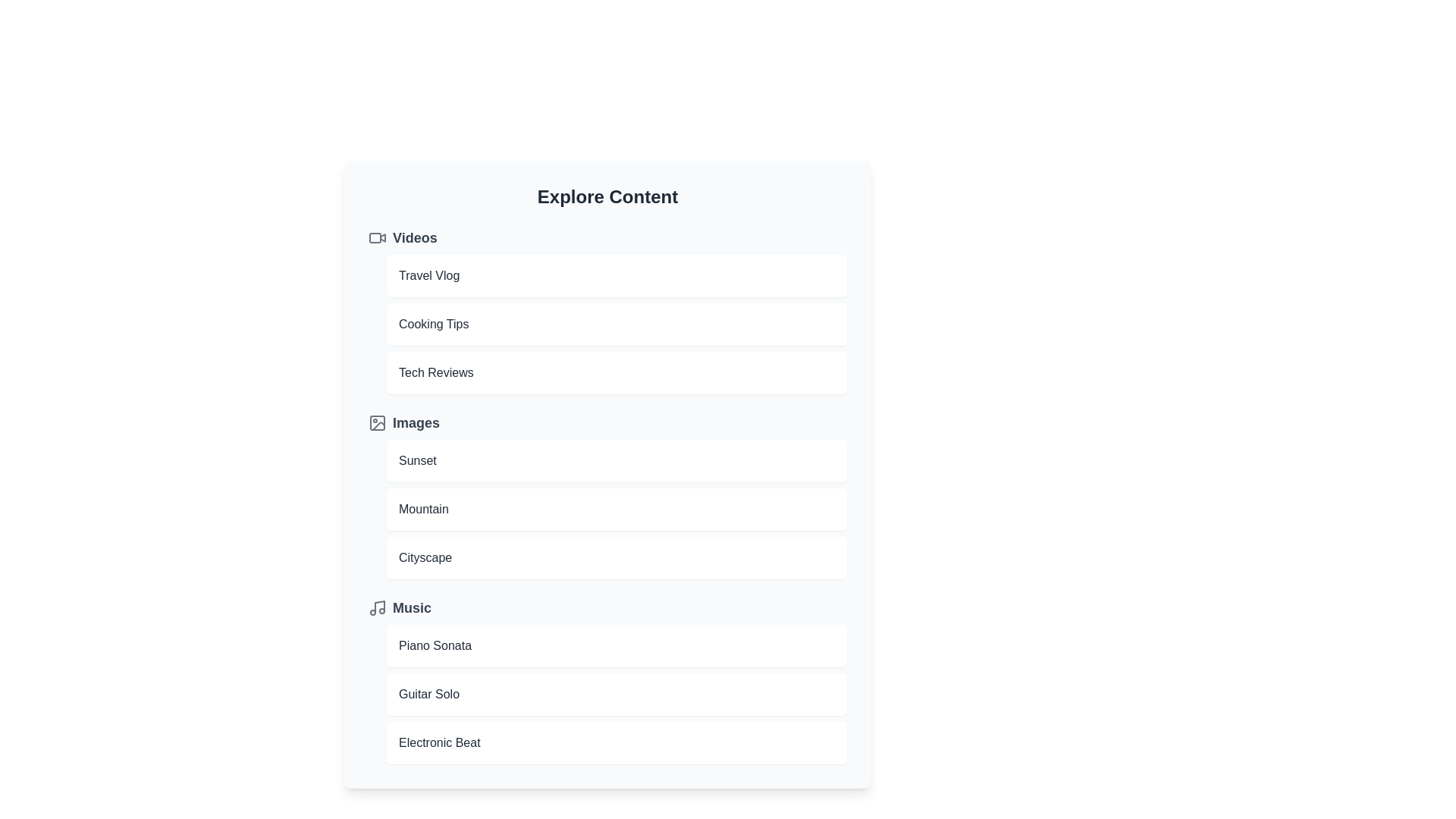  I want to click on the item Travel Vlog to preview it, so click(617, 275).